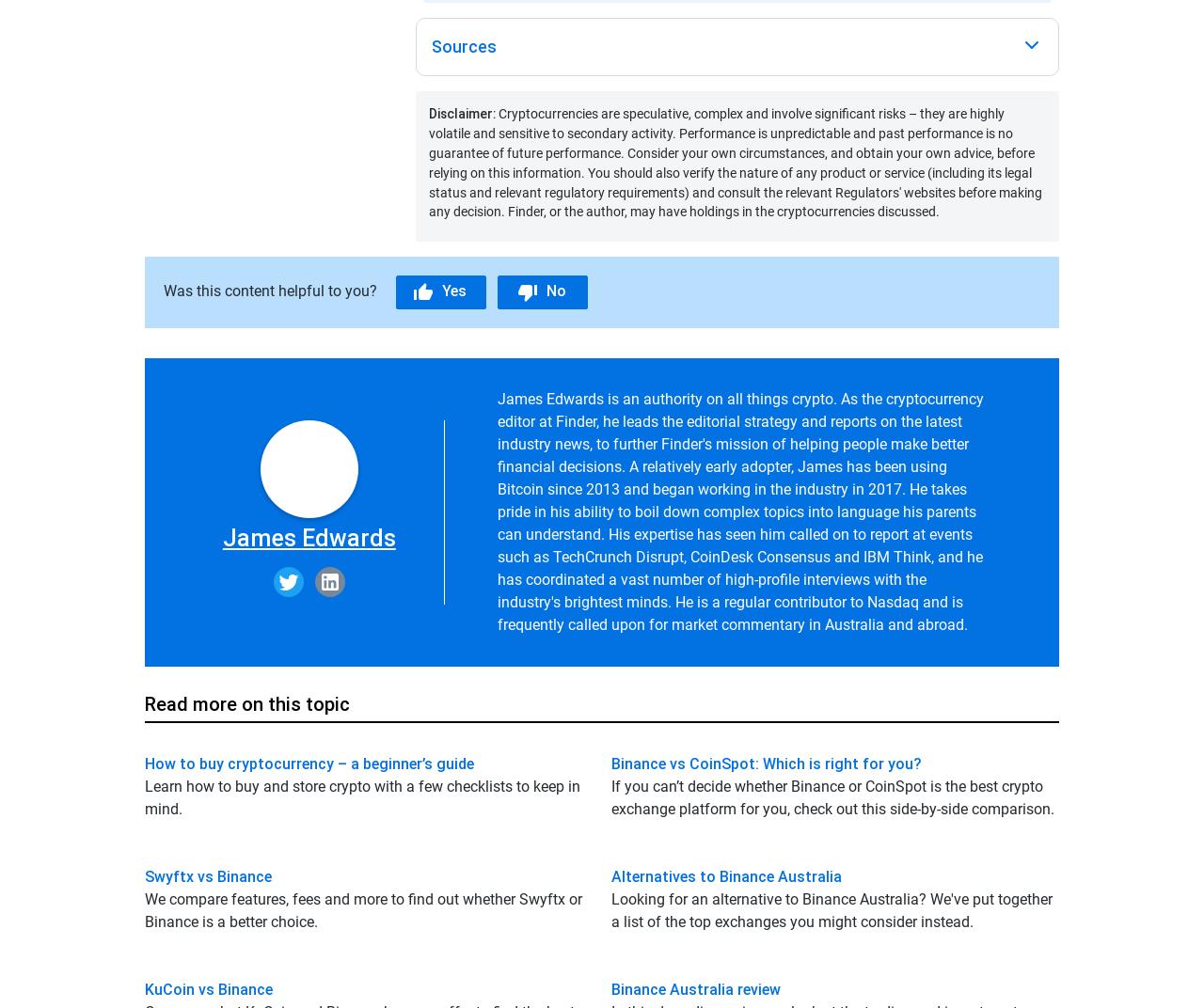 This screenshot has width=1204, height=1008. Describe the element at coordinates (831, 908) in the screenshot. I see `'Looking for an alternative to Binance Australia? We've put together a list of the top exchanges you might consider instead.'` at that location.